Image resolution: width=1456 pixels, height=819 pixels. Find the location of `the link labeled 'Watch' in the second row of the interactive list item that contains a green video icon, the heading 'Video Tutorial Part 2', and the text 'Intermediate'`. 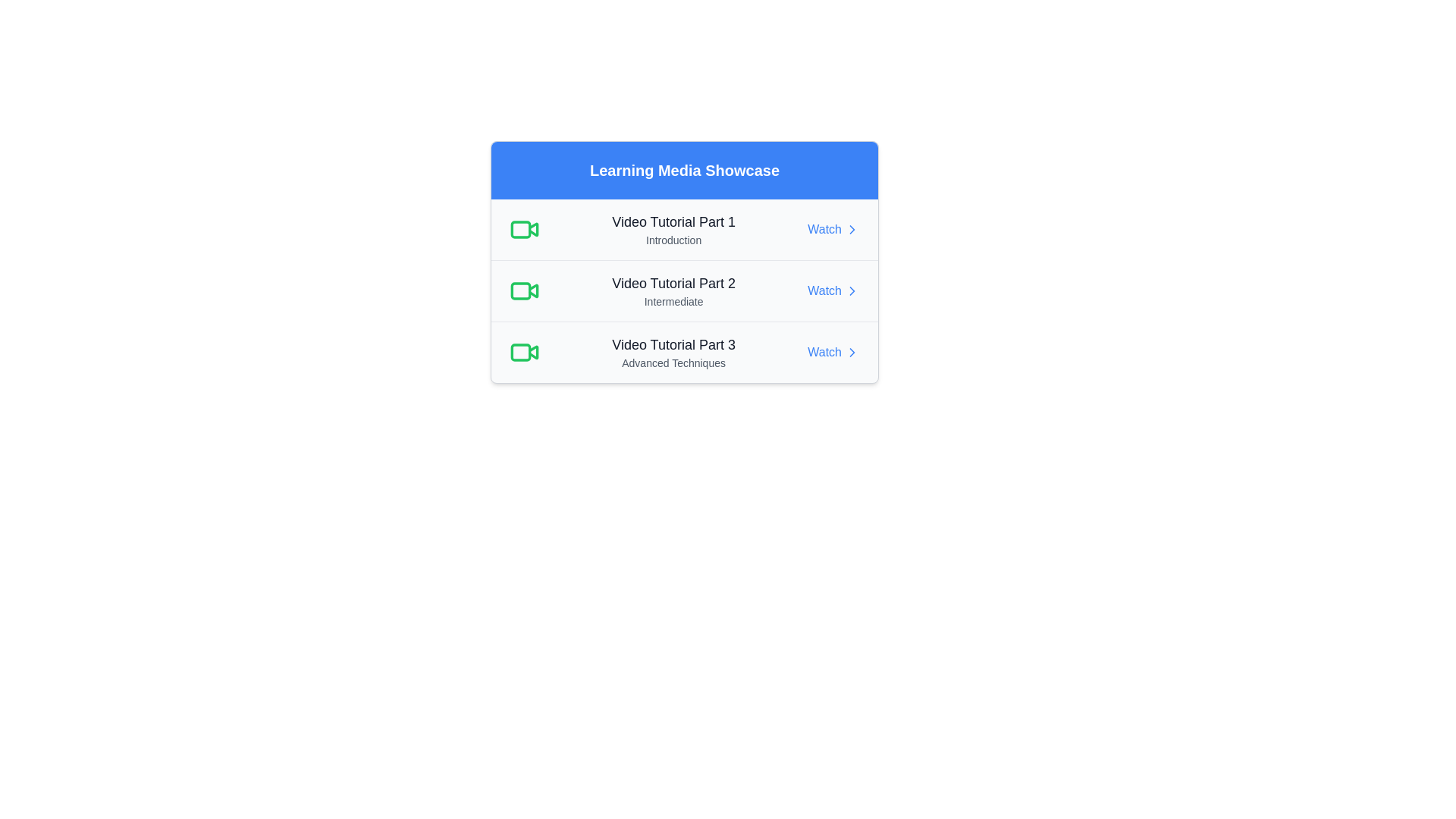

the link labeled 'Watch' in the second row of the interactive list item that contains a green video icon, the heading 'Video Tutorial Part 2', and the text 'Intermediate' is located at coordinates (683, 290).